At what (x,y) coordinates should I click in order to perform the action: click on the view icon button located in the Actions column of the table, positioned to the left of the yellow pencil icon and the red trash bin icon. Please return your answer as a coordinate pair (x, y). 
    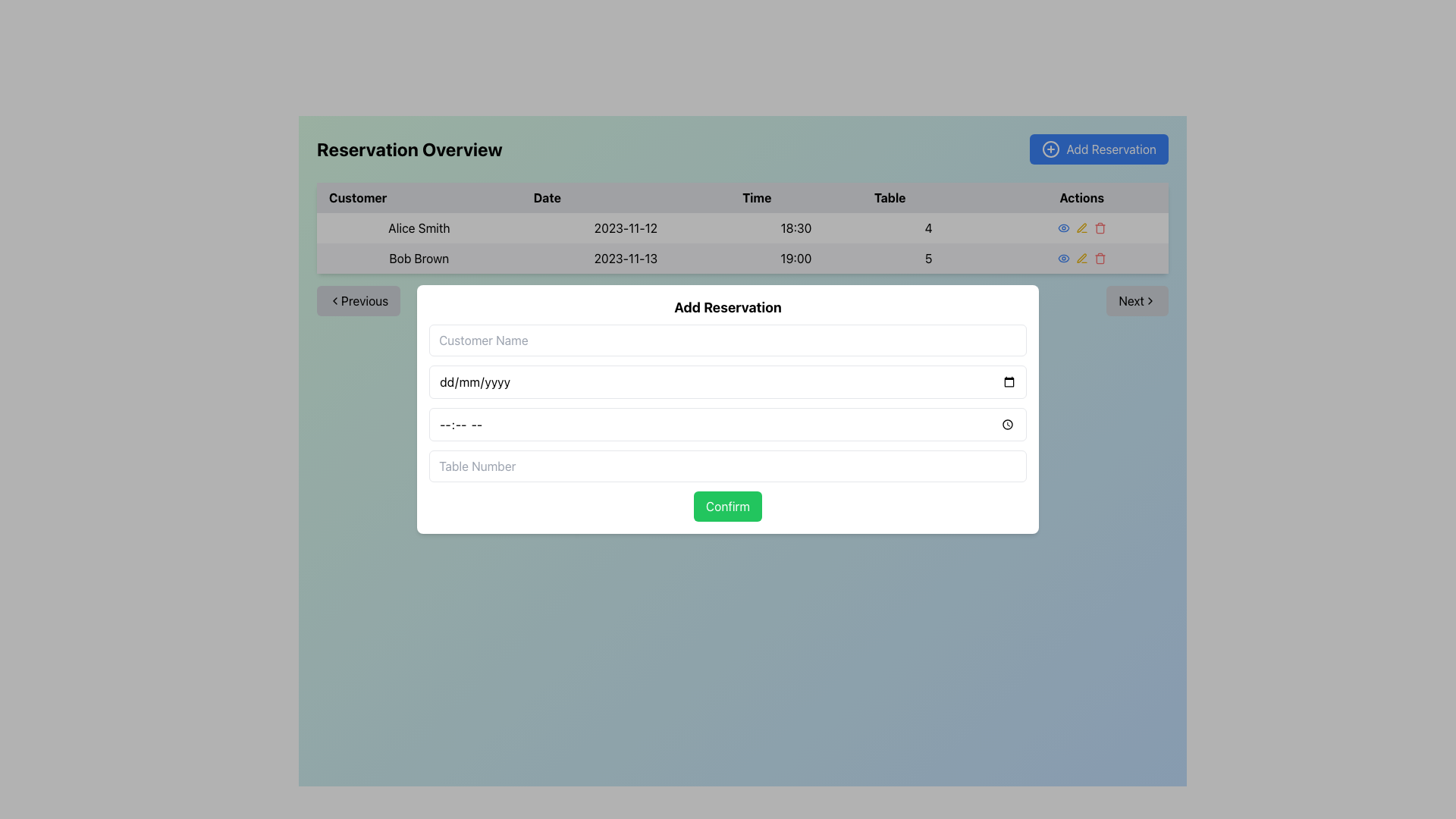
    Looking at the image, I should click on (1062, 227).